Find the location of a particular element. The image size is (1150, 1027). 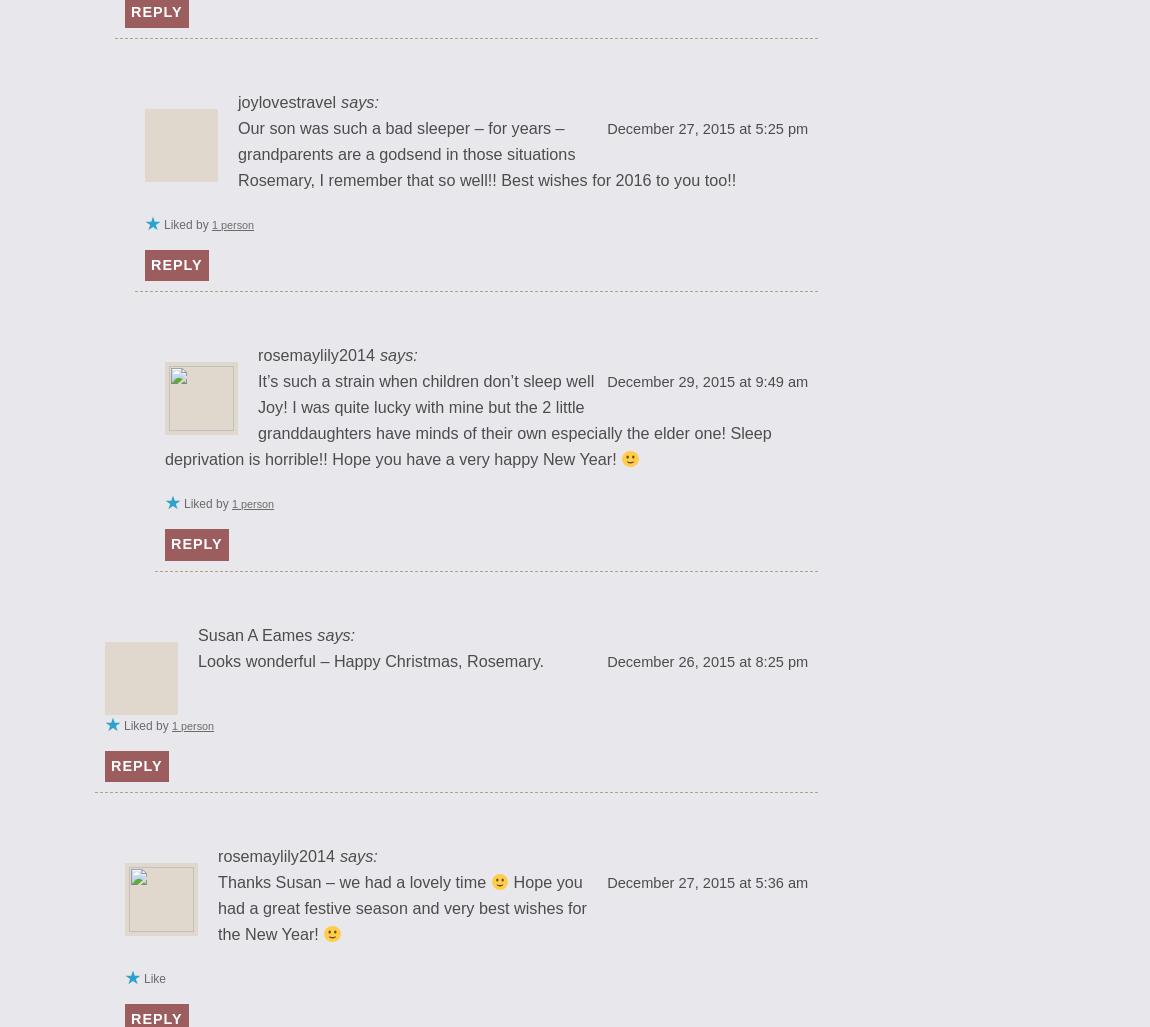

'Like' is located at coordinates (142, 978).